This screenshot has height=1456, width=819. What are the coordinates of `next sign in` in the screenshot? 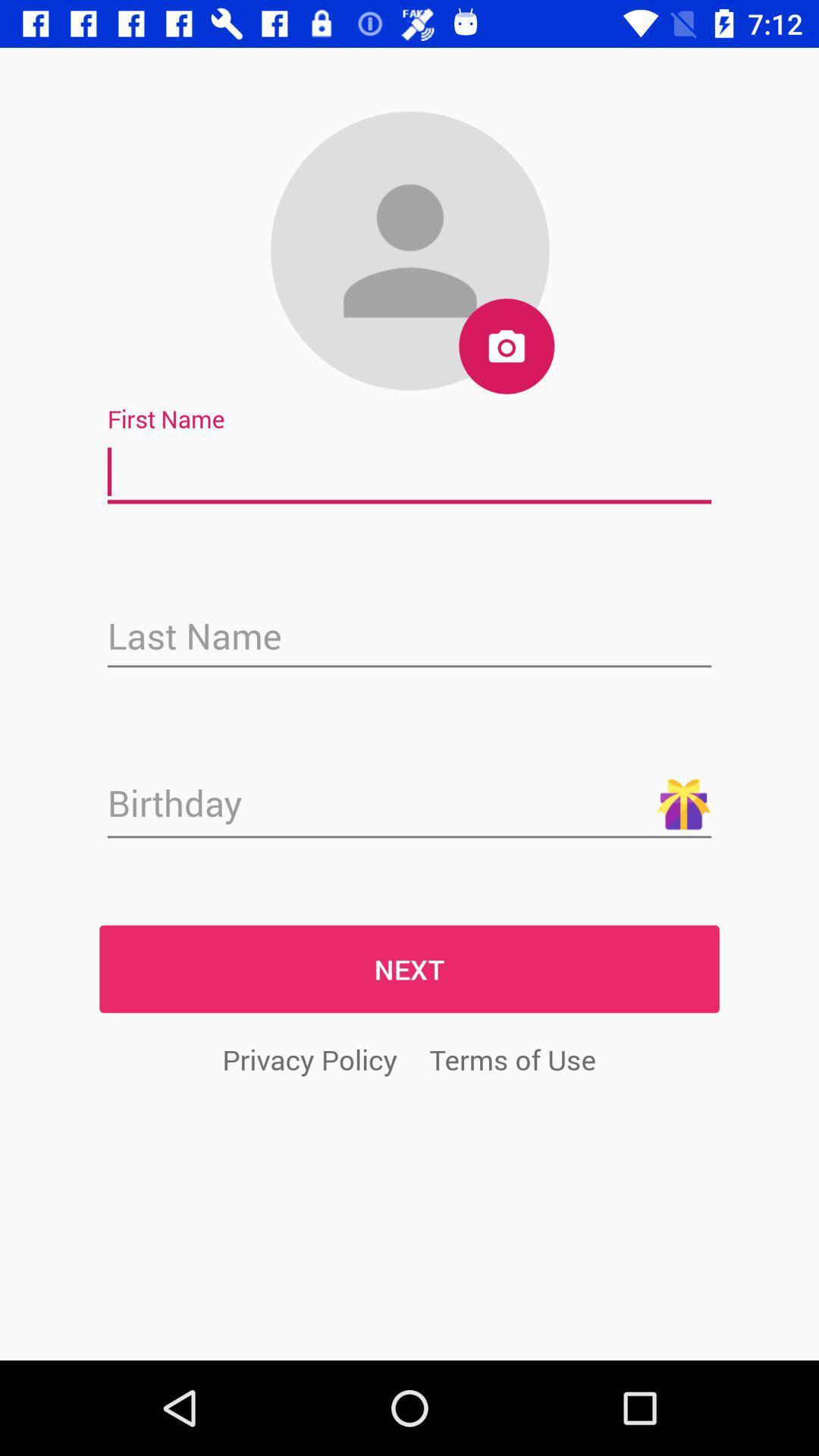 It's located at (409, 804).